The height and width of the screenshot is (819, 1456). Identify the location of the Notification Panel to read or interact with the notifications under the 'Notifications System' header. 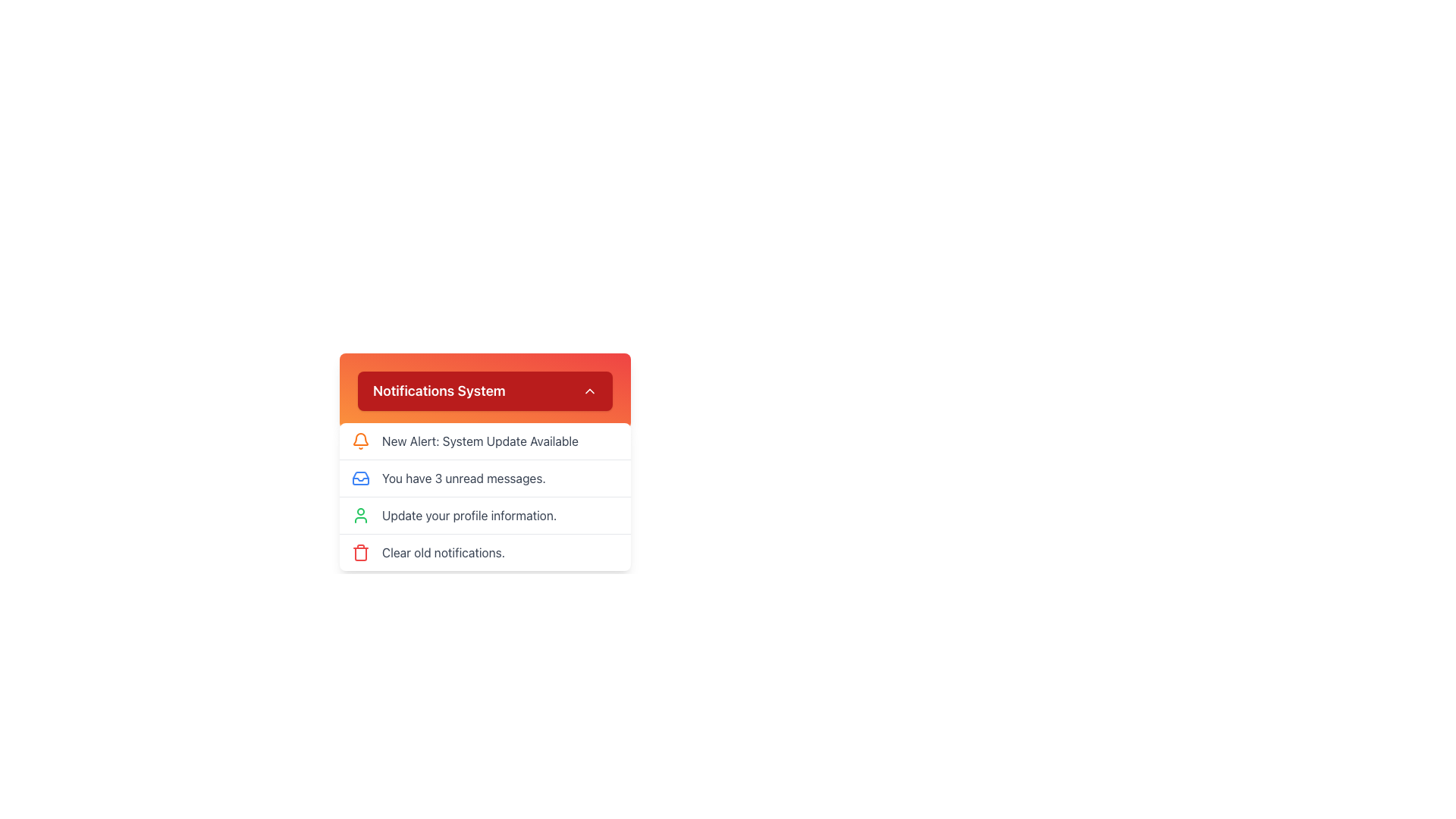
(484, 438).